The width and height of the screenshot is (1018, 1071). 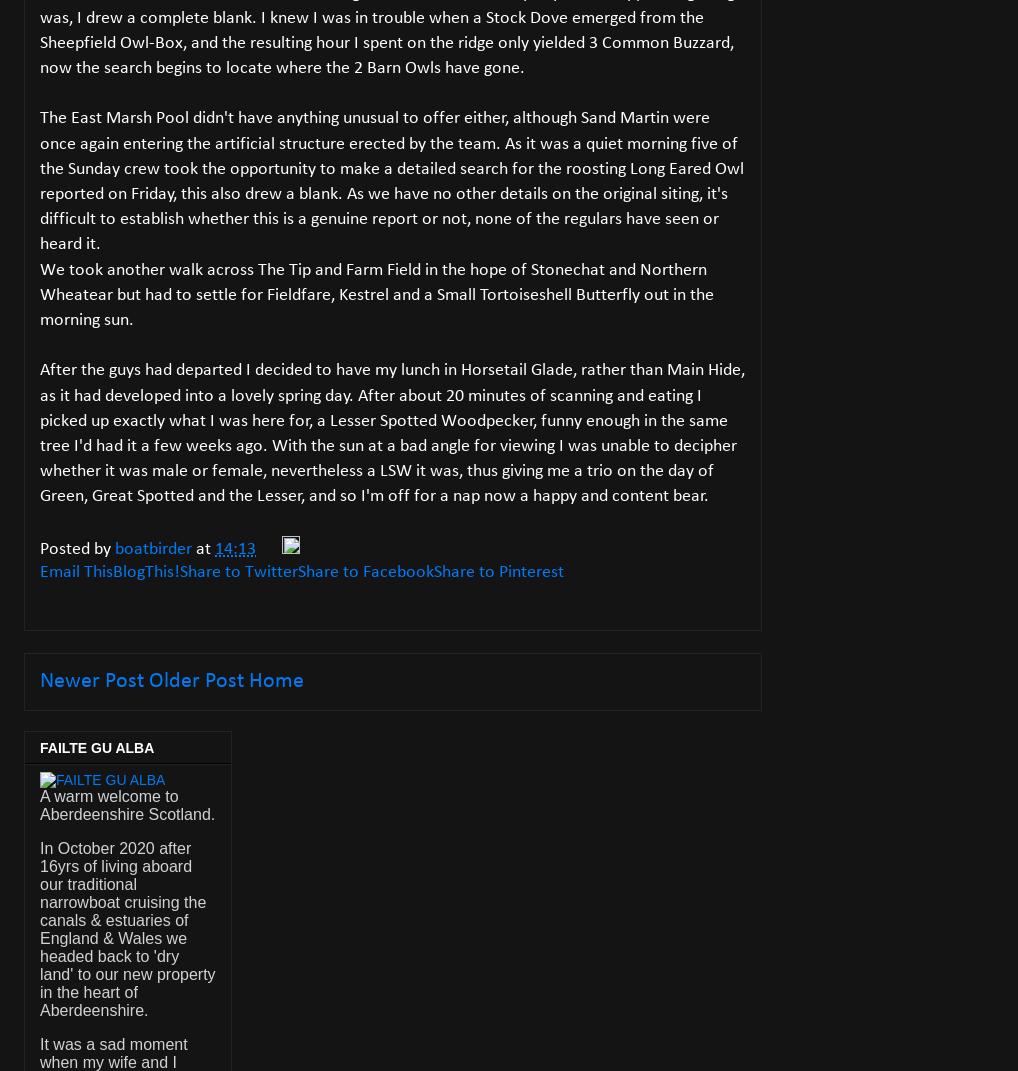 What do you see at coordinates (392, 180) in the screenshot?
I see `'The East Marsh Pool didn't have anything unusual to offer either, although Sand Martin were once again entering the artificial structure erected by the team. As it was a quiet morning five of the Sunday crew took the opportunity to make a detailed search for the roosting Long Eared Owl reported on Friday, this also drew a blank. As we have no other details on the original siting, it's difficult to establish whether this is a genuine report or not, none of the regulars have seen or heard it.'` at bounding box center [392, 180].